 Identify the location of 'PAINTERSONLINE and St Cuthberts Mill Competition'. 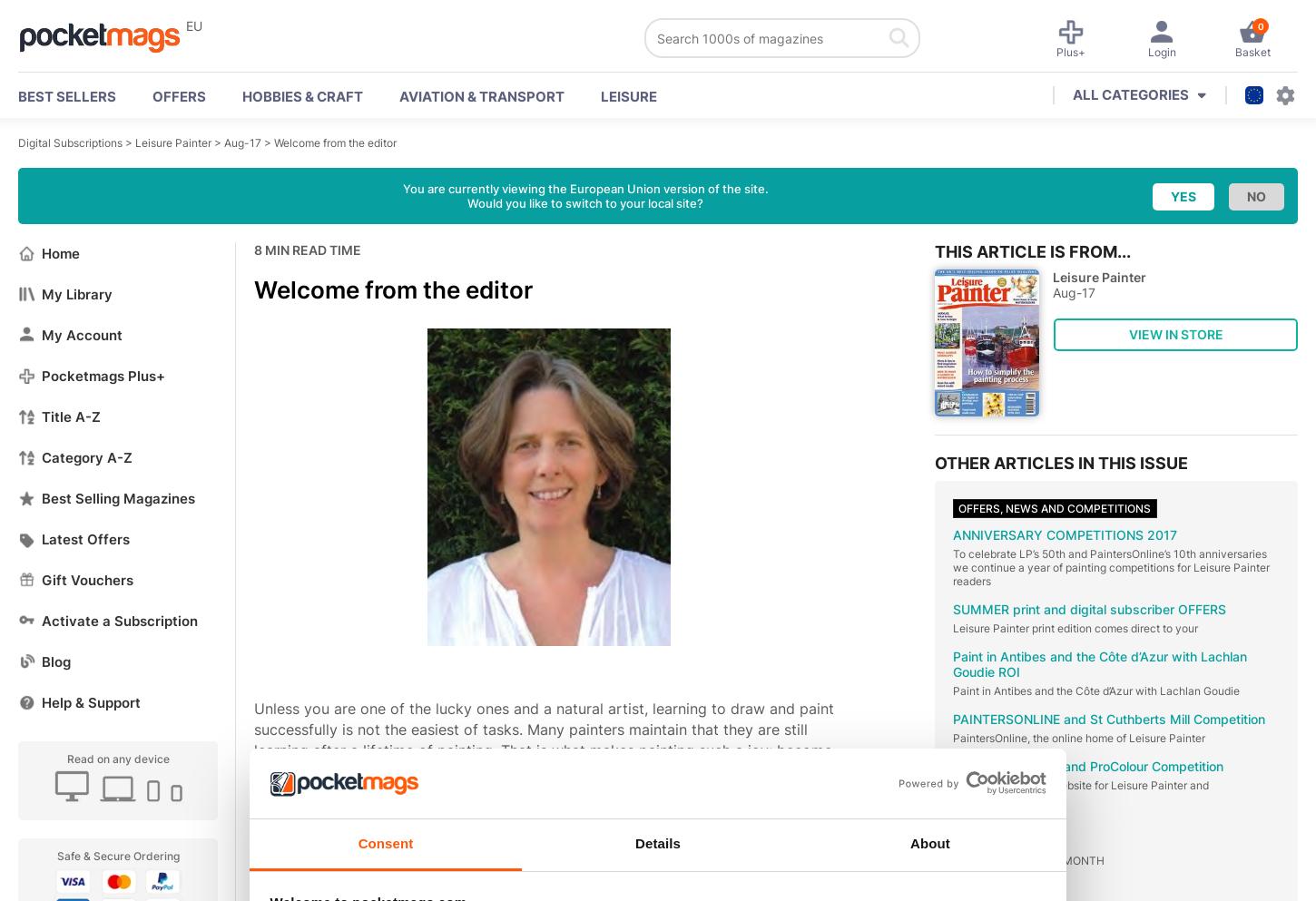
(952, 718).